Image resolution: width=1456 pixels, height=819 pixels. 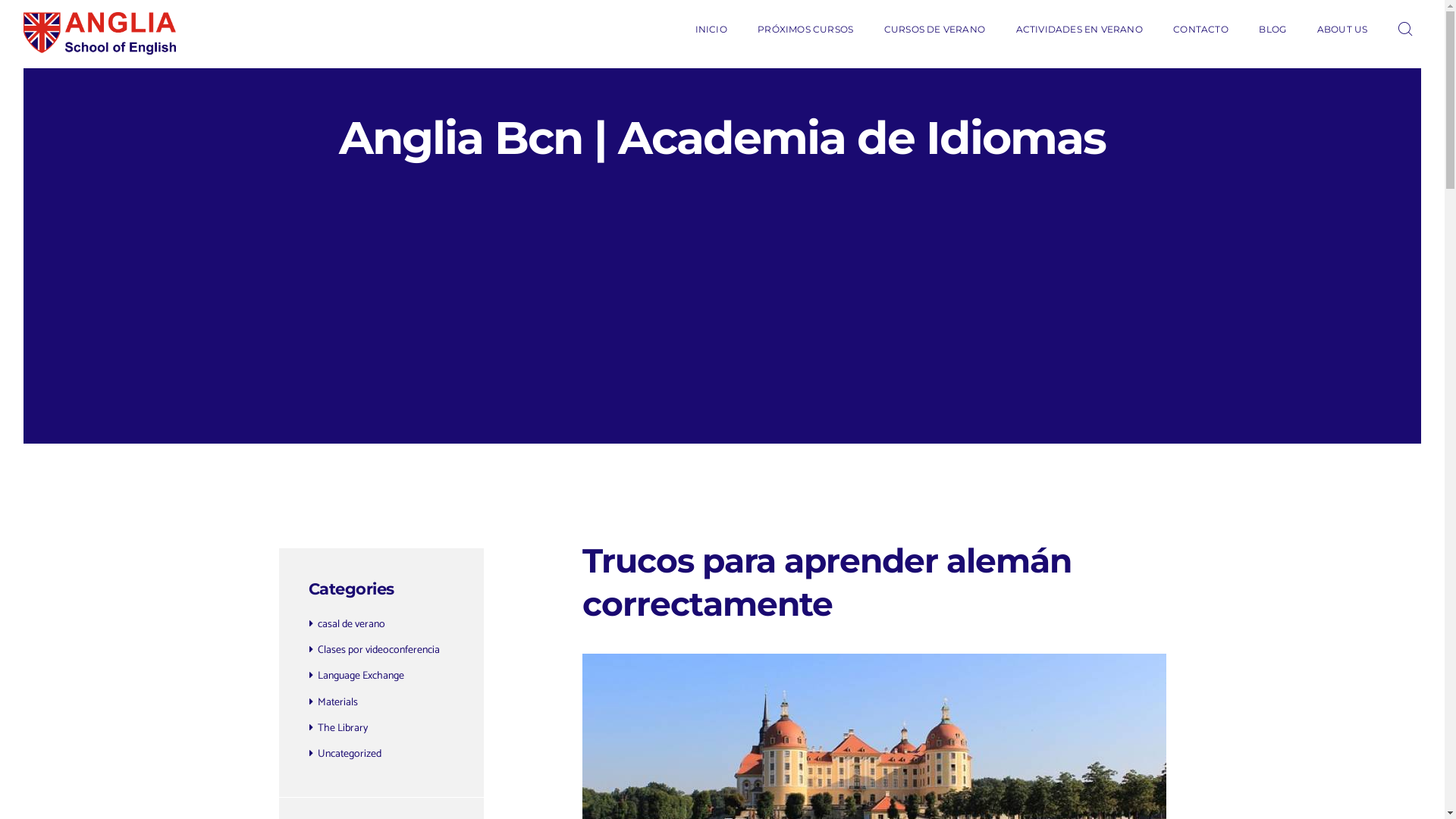 I want to click on 'The Library', so click(x=341, y=727).